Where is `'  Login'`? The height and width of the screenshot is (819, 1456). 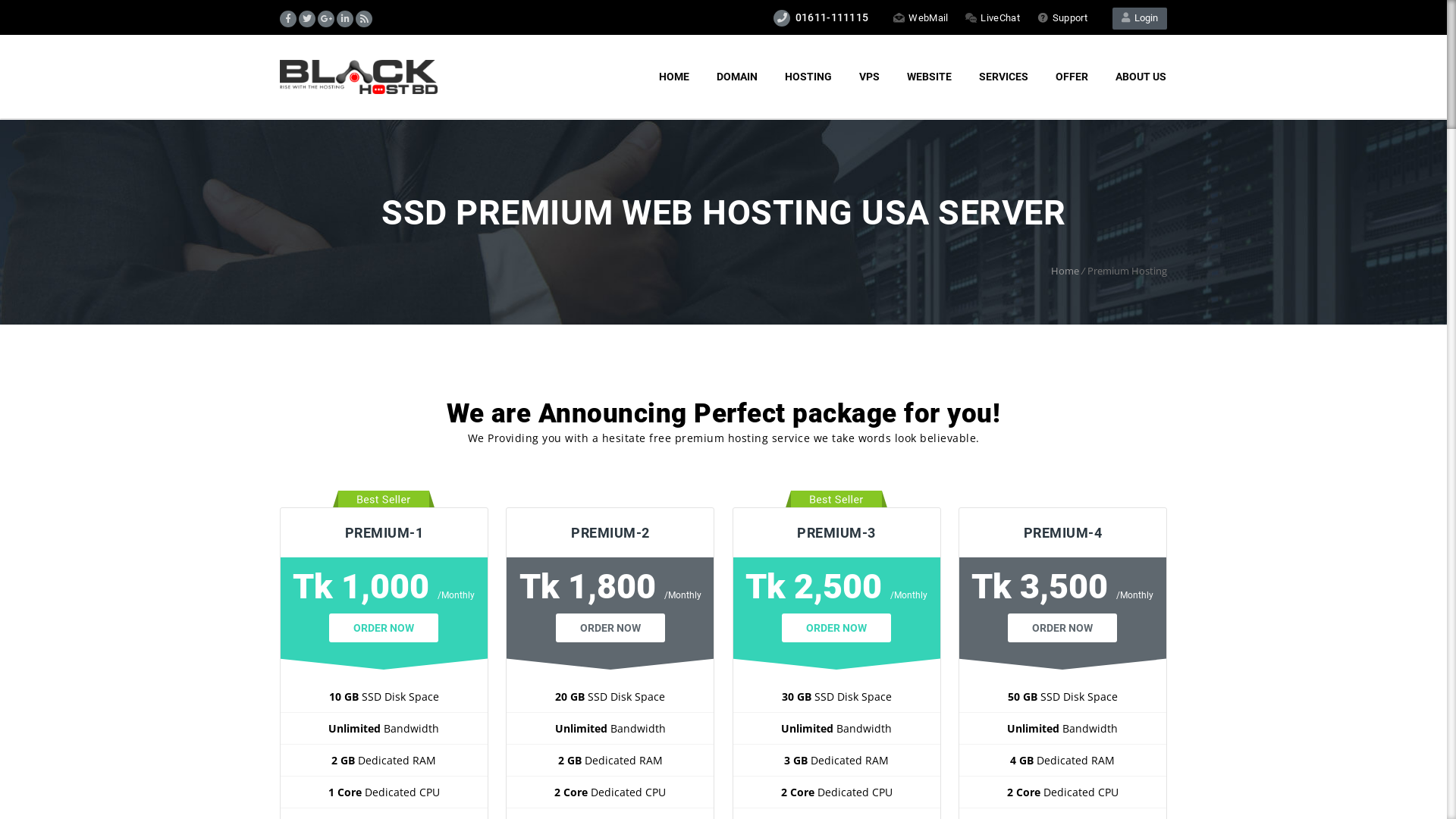 '  Login' is located at coordinates (1112, 18).